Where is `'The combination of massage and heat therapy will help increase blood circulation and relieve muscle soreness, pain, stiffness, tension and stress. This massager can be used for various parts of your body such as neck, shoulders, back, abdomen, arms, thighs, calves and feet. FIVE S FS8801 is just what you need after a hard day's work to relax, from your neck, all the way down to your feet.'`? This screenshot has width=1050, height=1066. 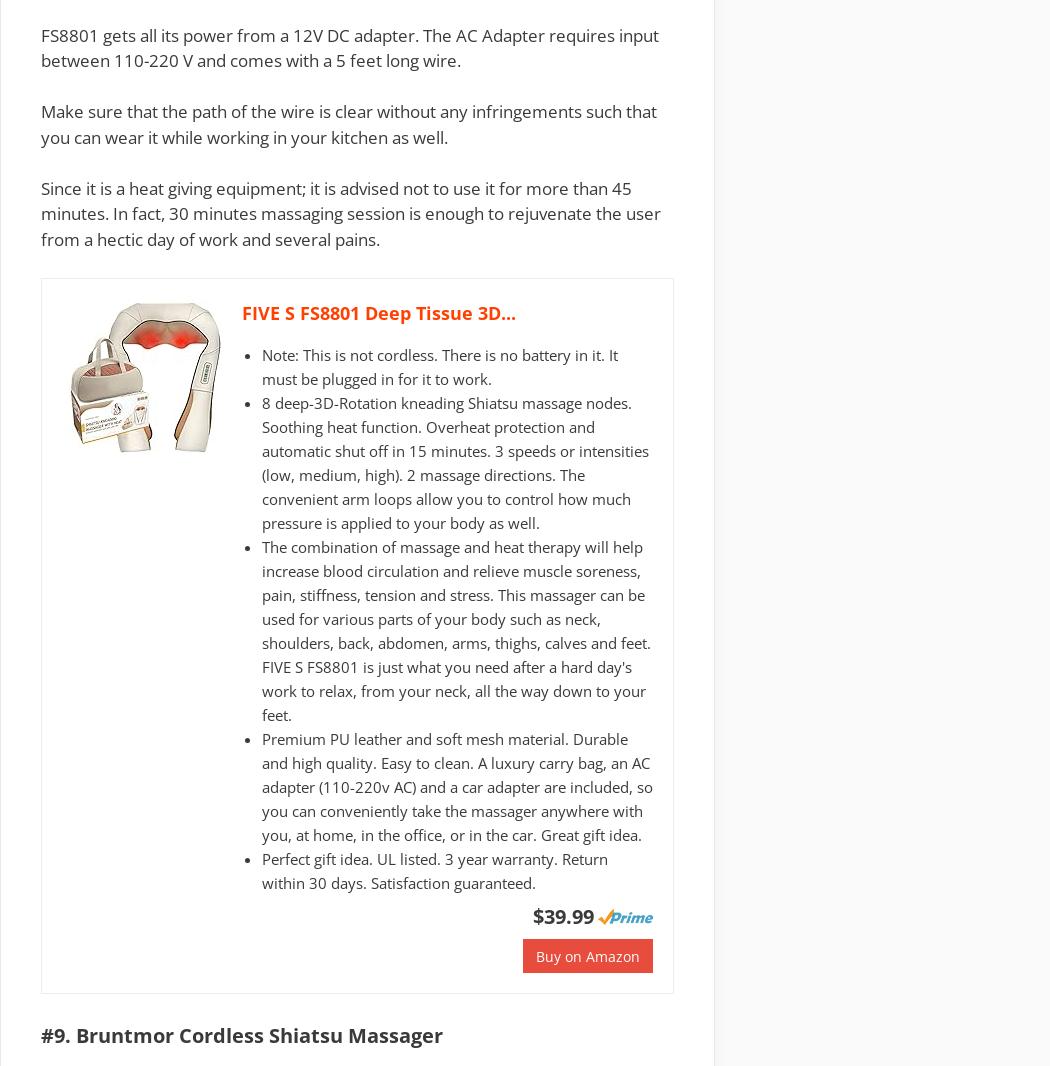
'The combination of massage and heat therapy will help increase blood circulation and relieve muscle soreness, pain, stiffness, tension and stress. This massager can be used for various parts of your body such as neck, shoulders, back, abdomen, arms, thighs, calves and feet. FIVE S FS8801 is just what you need after a hard day's work to relax, from your neck, all the way down to your feet.' is located at coordinates (456, 629).